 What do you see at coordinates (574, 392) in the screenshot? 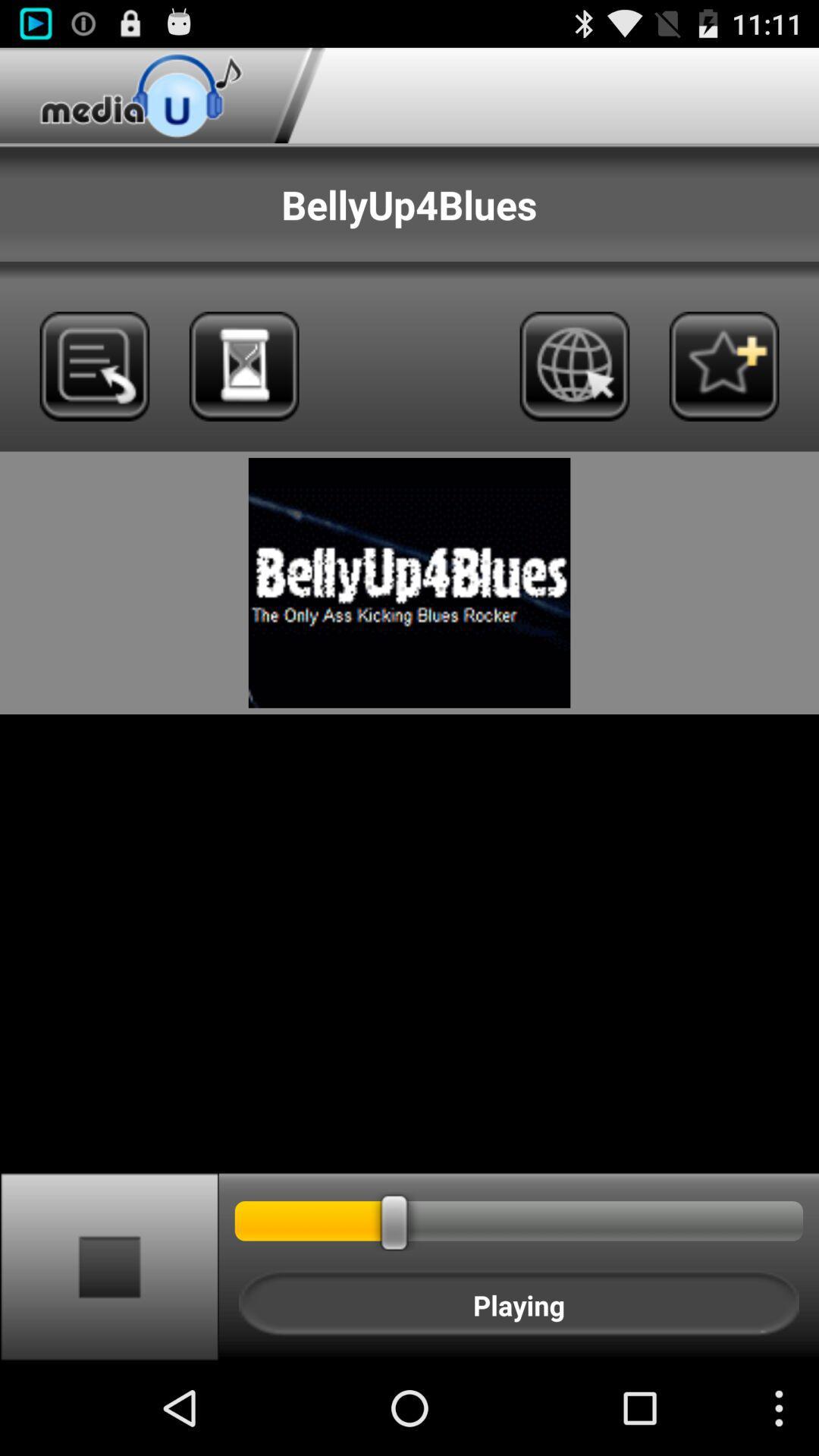
I see `the globe icon` at bounding box center [574, 392].